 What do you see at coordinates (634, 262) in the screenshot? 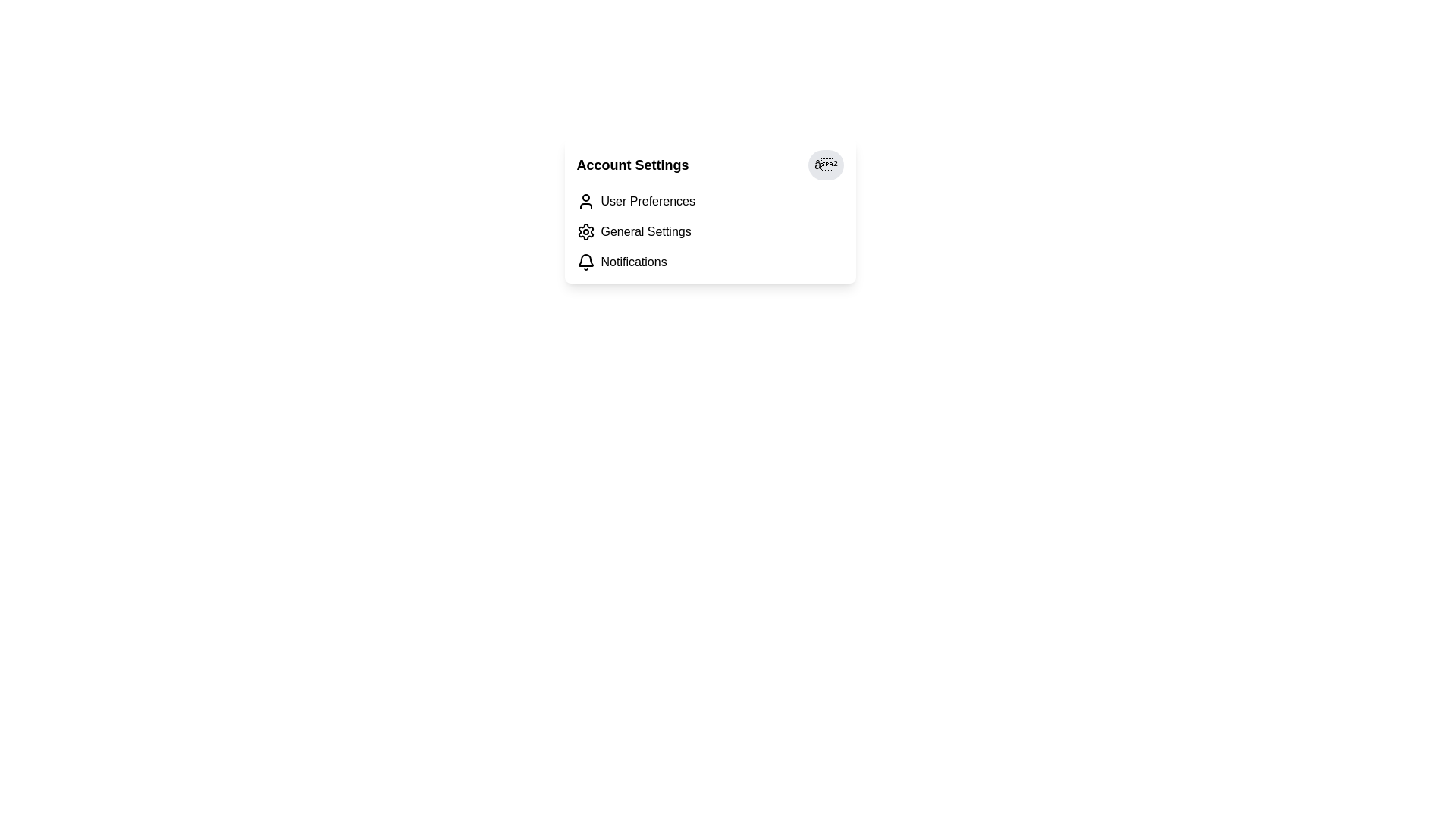
I see `the 'Notifications' text label in the Account Settings panel` at bounding box center [634, 262].